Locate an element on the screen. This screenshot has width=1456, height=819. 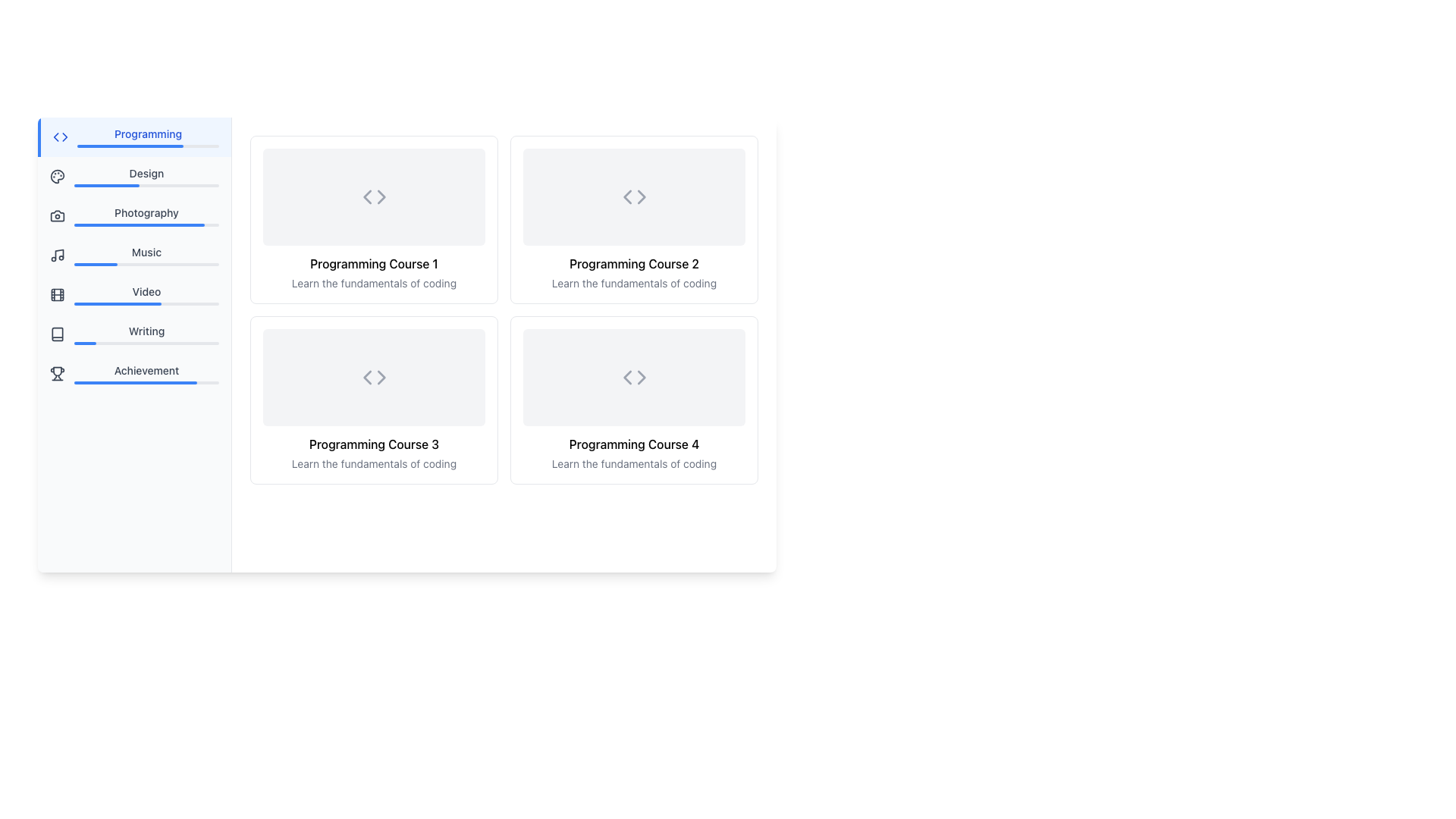
the decorative design element within the film strip icon located in the navigation menu, aligned with the 'Video' category is located at coordinates (58, 295).